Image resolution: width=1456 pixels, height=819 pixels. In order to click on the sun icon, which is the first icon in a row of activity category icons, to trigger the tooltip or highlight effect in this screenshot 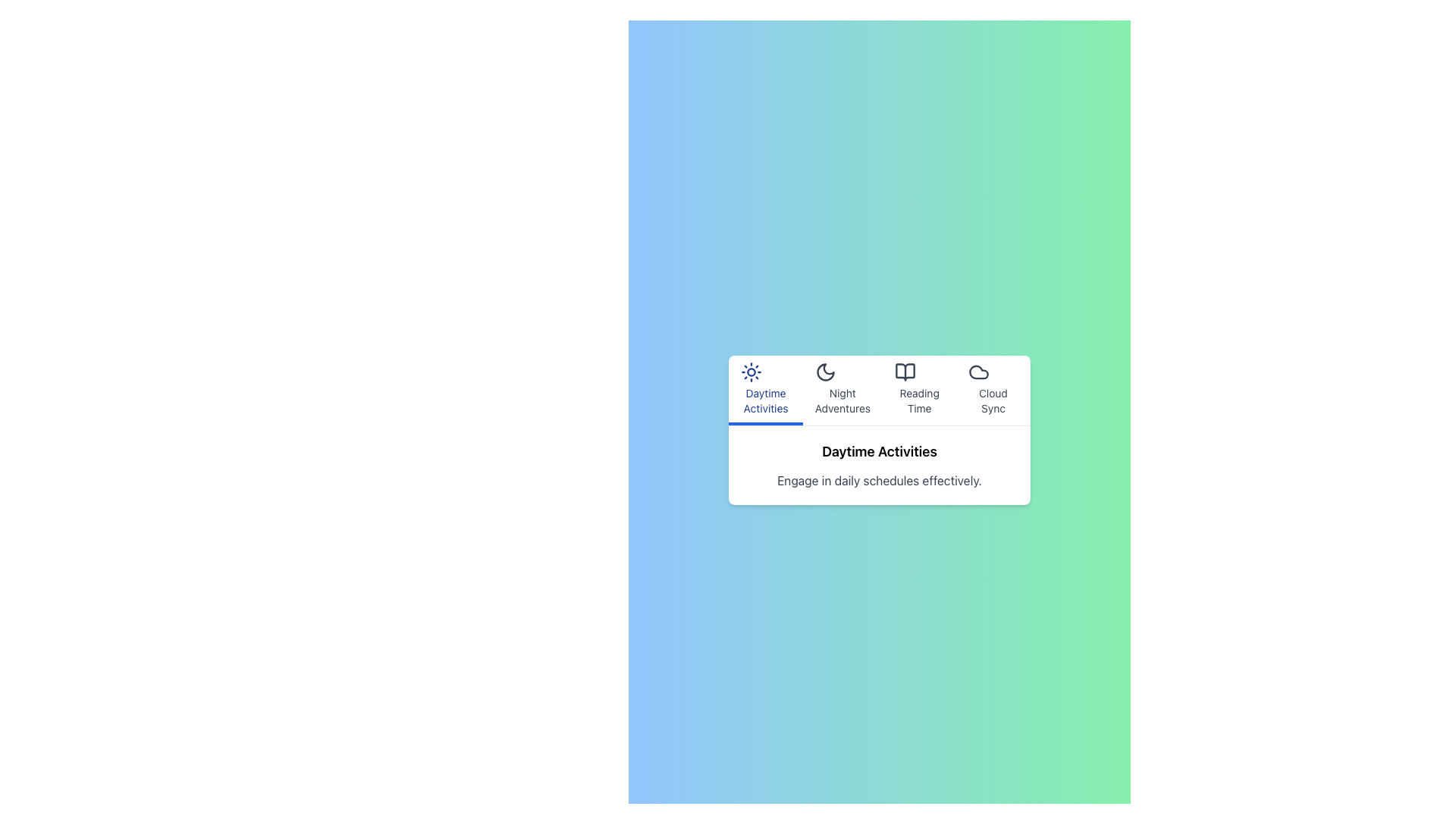, I will do `click(752, 372)`.